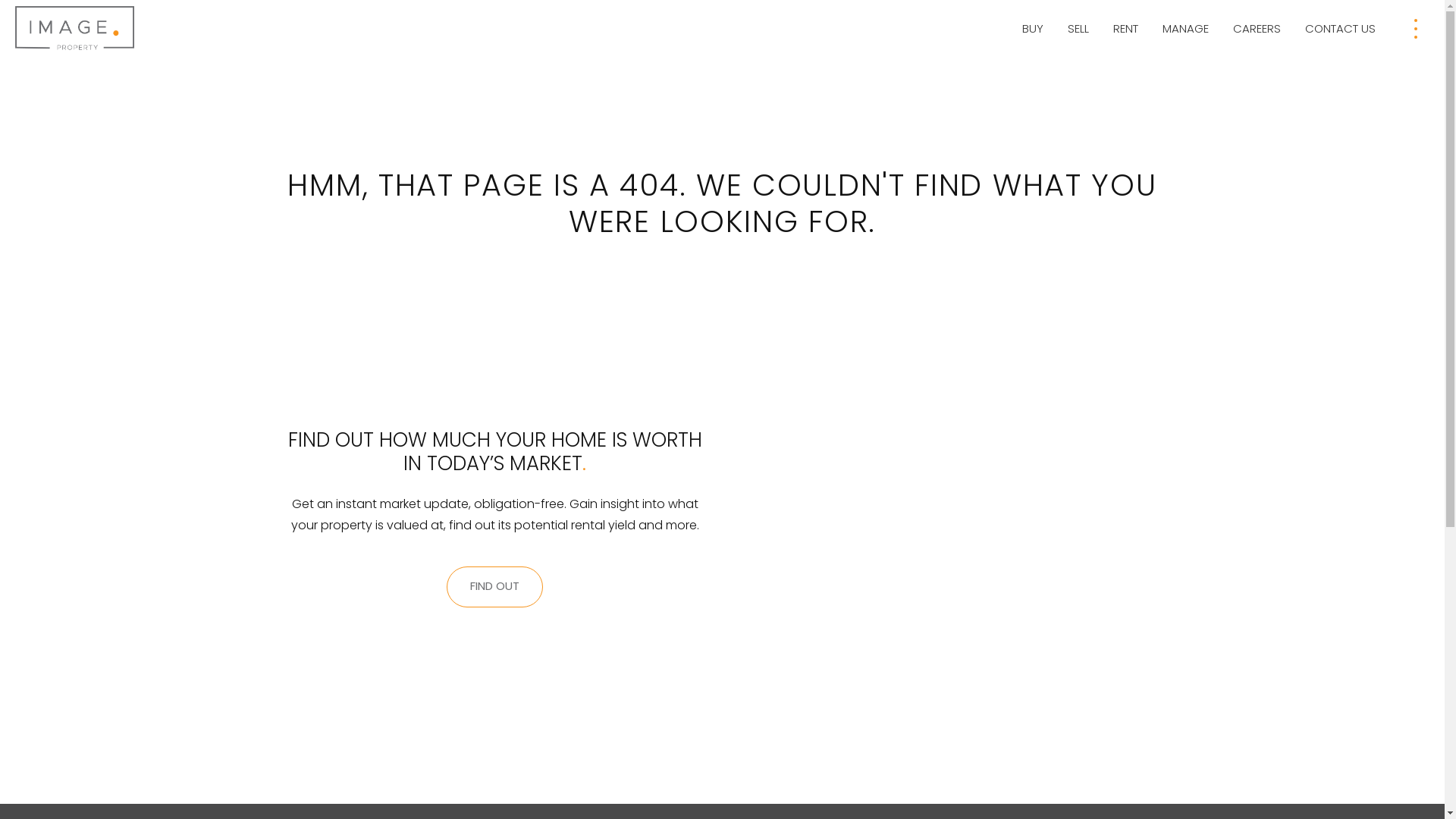 The width and height of the screenshot is (1456, 819). I want to click on 'CONTACT US', so click(1298, 29).